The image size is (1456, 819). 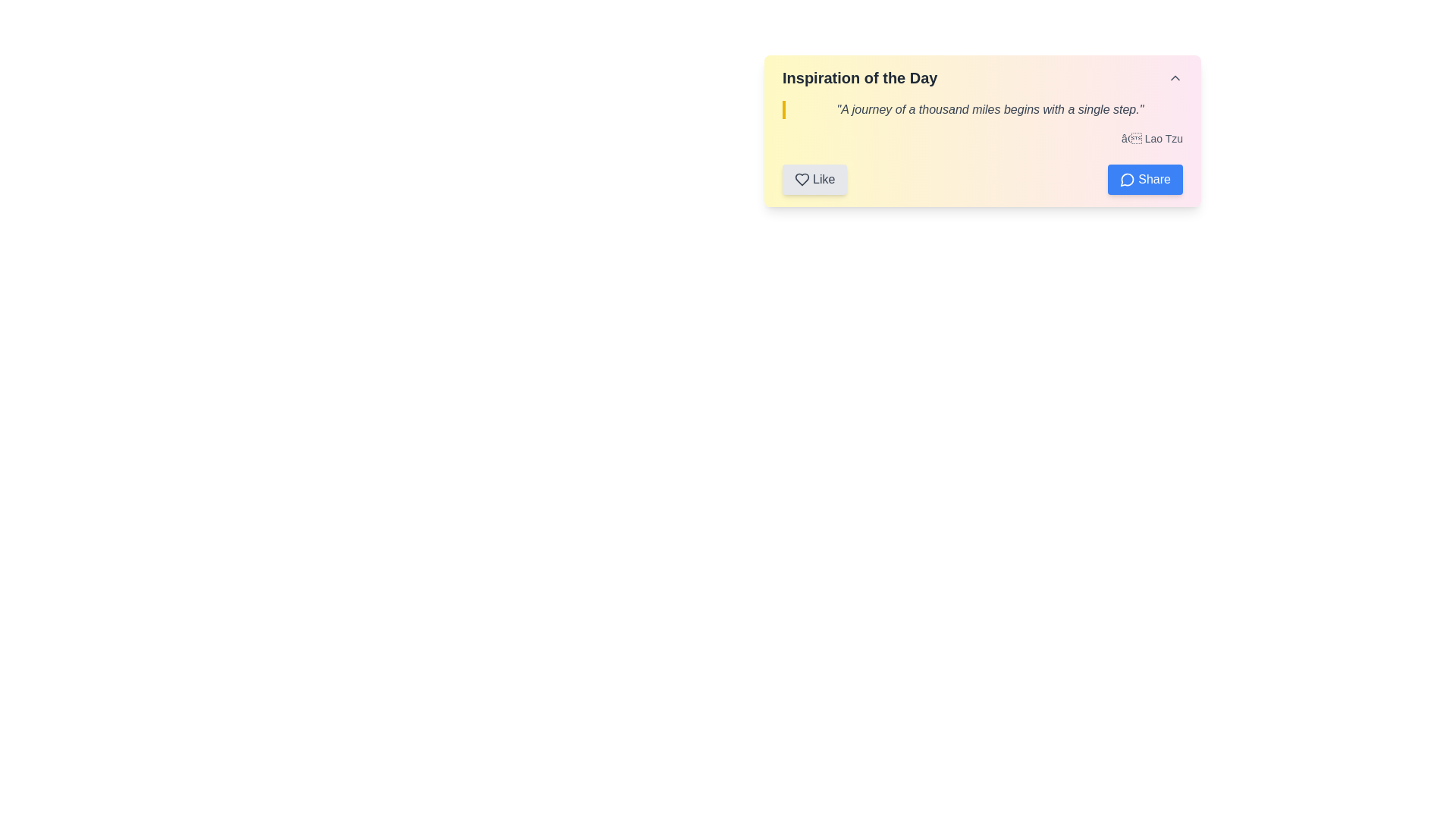 I want to click on text 'Like' located within the button-like UI component near the bottom-left corner of the card displaying an inspirational quote, so click(x=823, y=178).